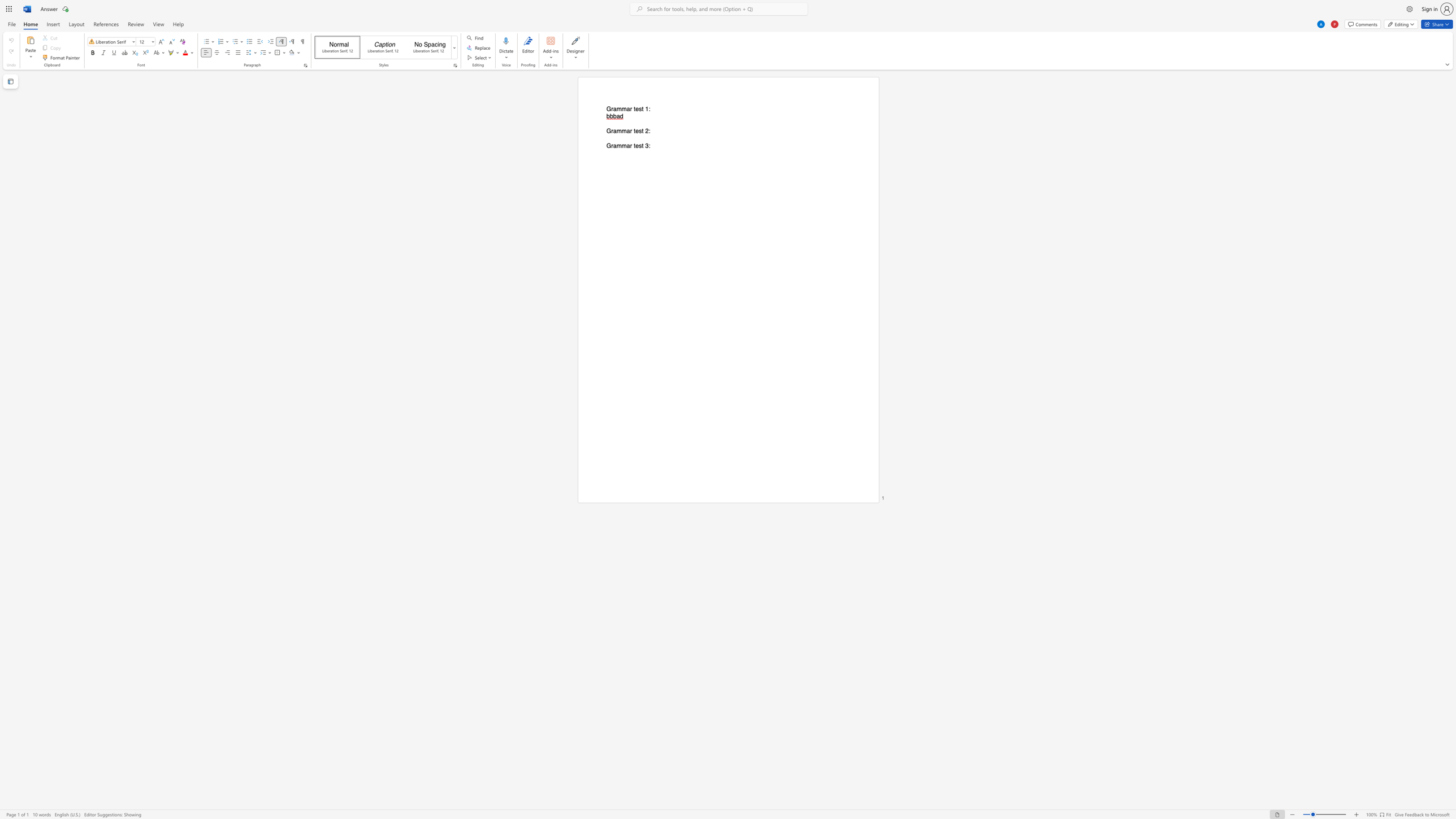 This screenshot has height=819, width=1456. What do you see at coordinates (635, 146) in the screenshot?
I see `the subset text "est 3" within the text "Grammar test 3:"` at bounding box center [635, 146].